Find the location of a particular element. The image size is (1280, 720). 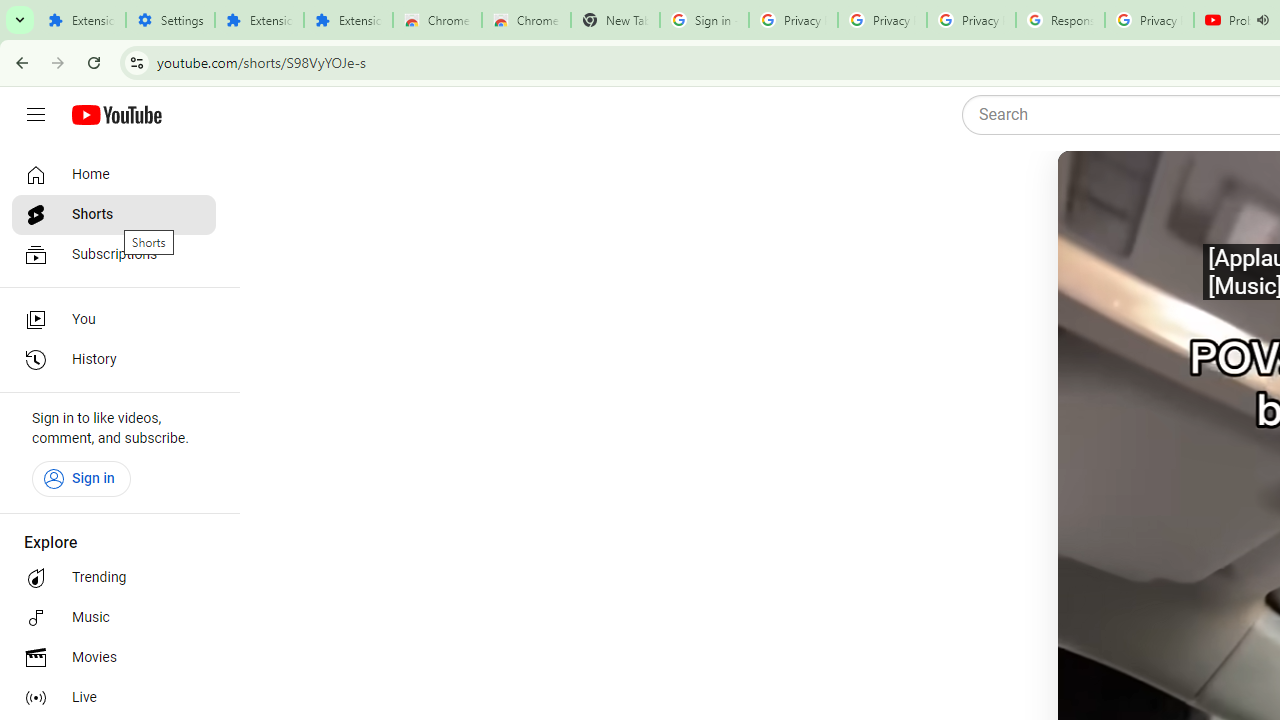

'History' is located at coordinates (112, 360).